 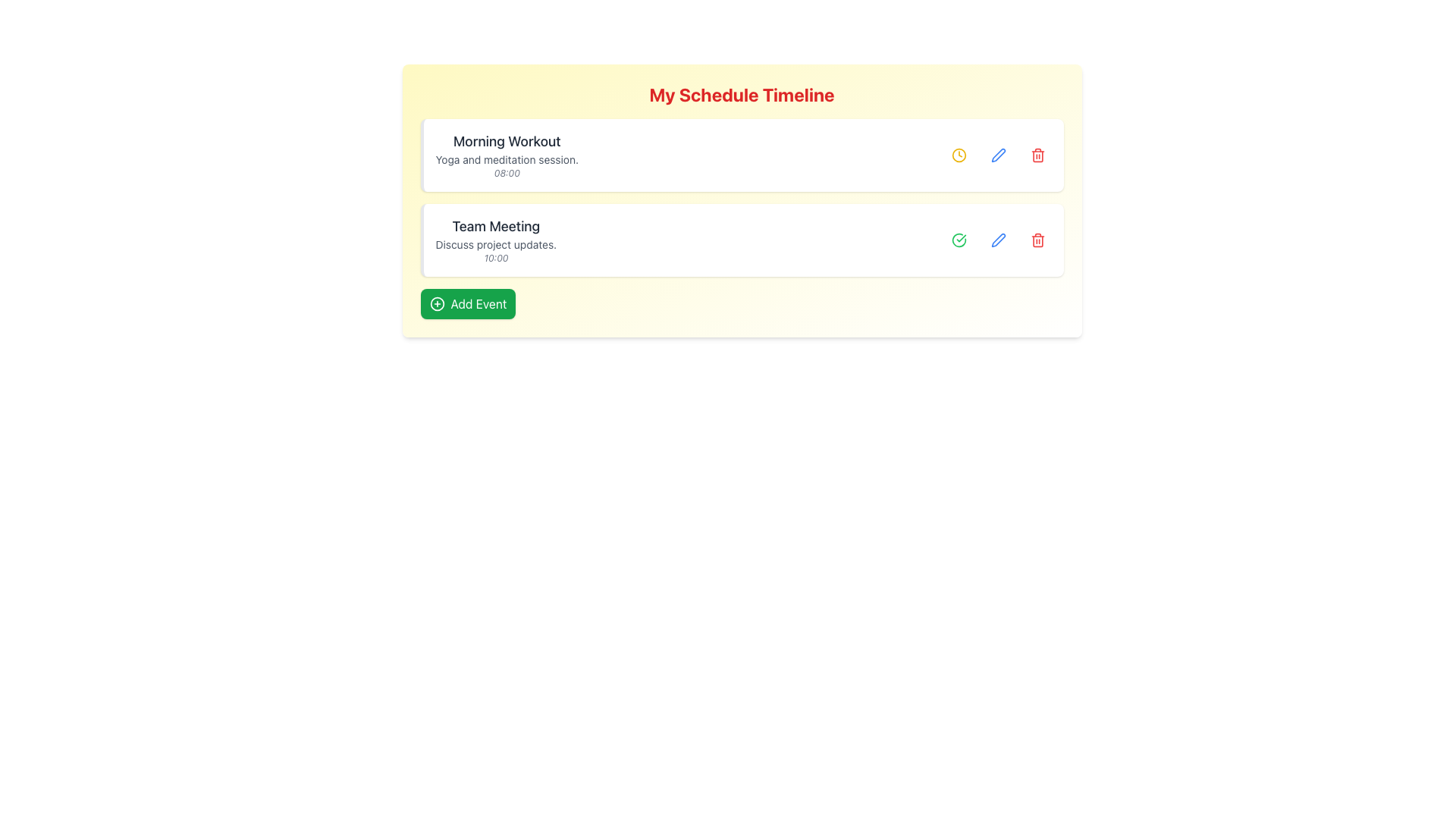 I want to click on the text label displaying the time '10:00' in italic style, which is gray and located below the event description for 'Team Meeting', so click(x=496, y=257).